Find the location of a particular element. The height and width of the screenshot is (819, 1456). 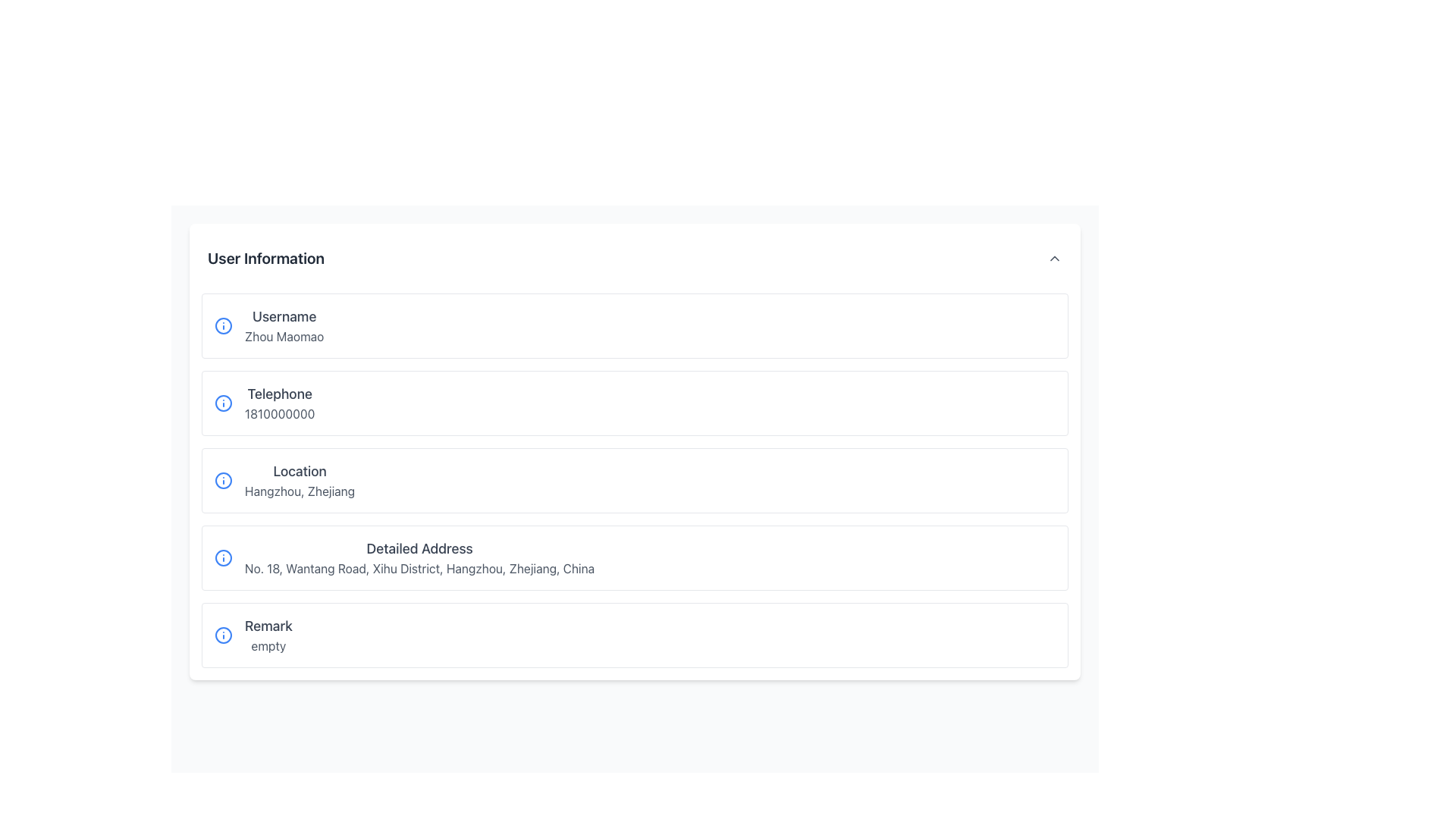

the textual label component that consists of the labels 'Remark' and 'empty', positioned at the bottom of the list within its card component, which is the last among similar cards displayed in a column is located at coordinates (268, 635).